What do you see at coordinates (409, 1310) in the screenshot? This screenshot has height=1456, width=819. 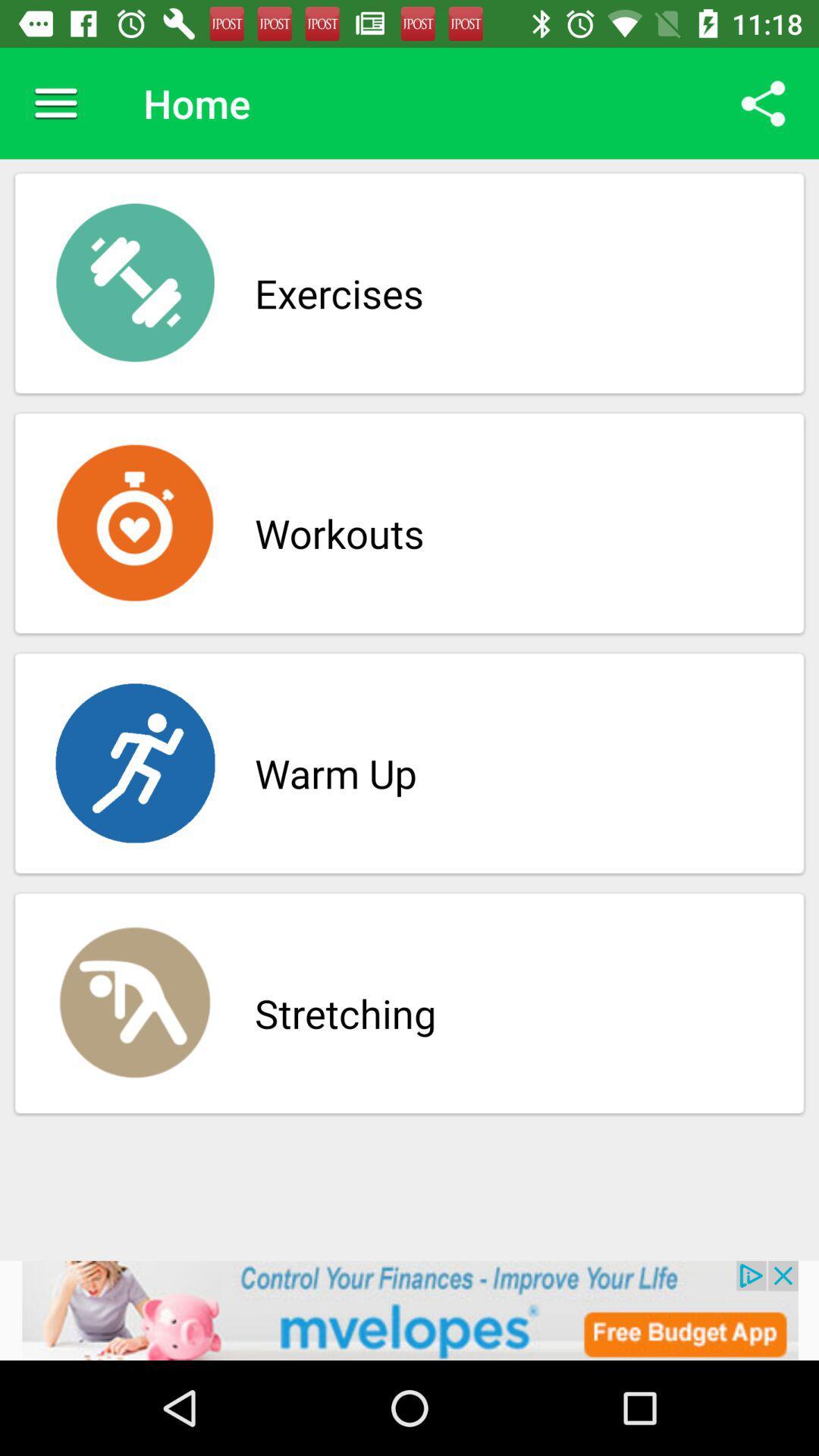 I see `advertisement` at bounding box center [409, 1310].